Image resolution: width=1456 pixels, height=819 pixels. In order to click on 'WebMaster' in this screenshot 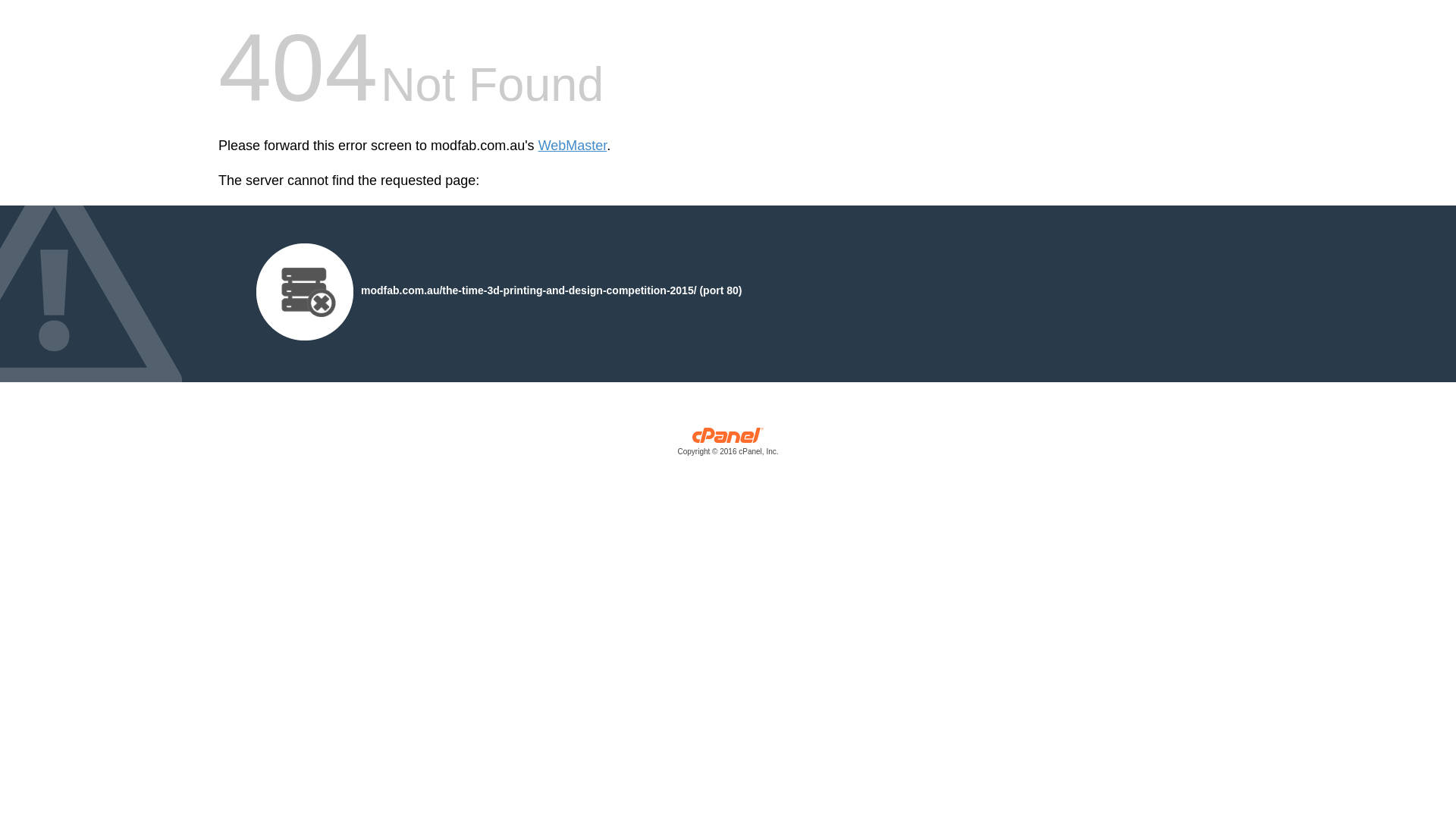, I will do `click(538, 146)`.